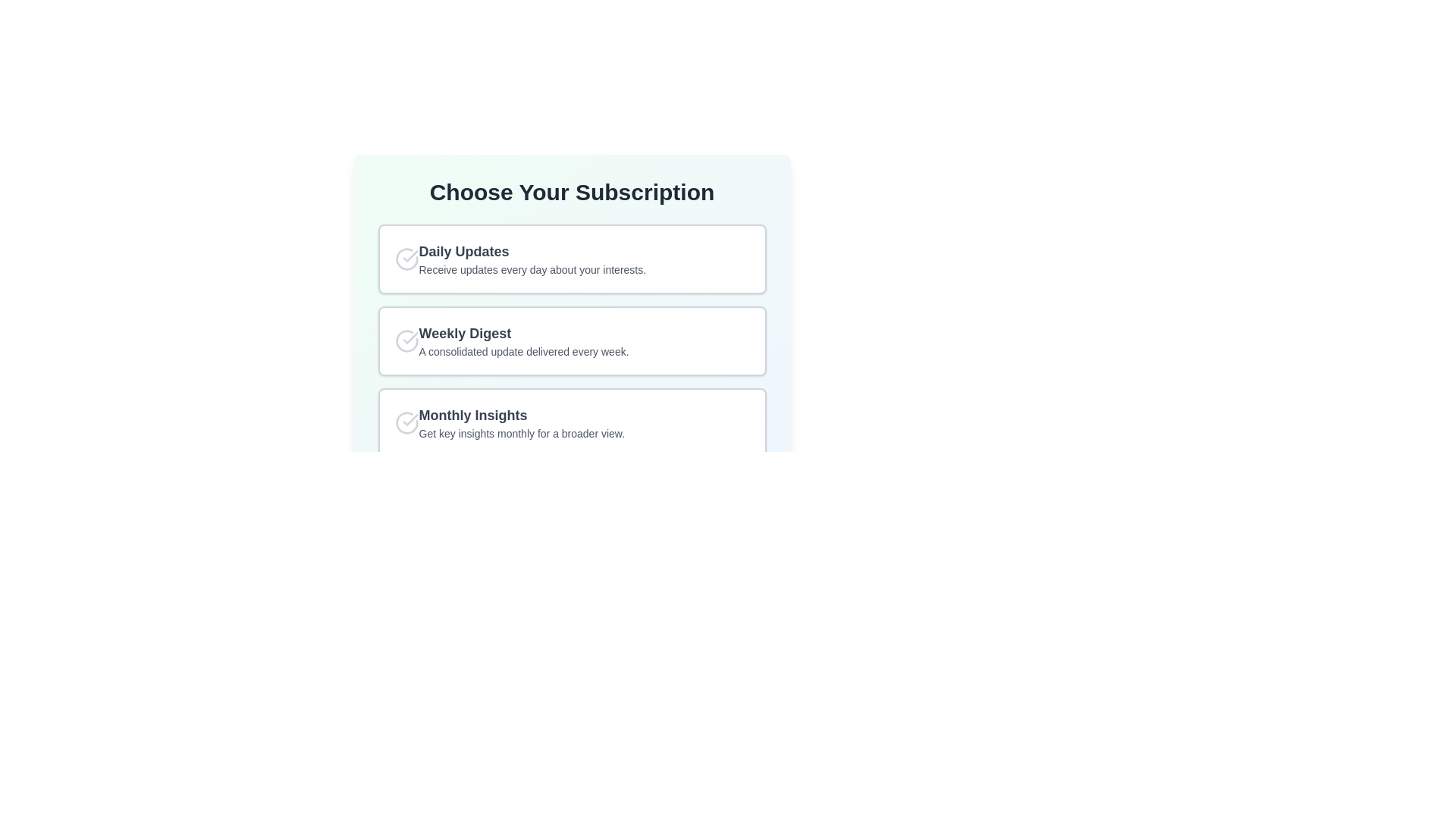 The image size is (1456, 819). Describe the element at coordinates (406, 341) in the screenshot. I see `the circular icon with a checkmark inside, located within the 'Weekly Digest' selection box` at that location.